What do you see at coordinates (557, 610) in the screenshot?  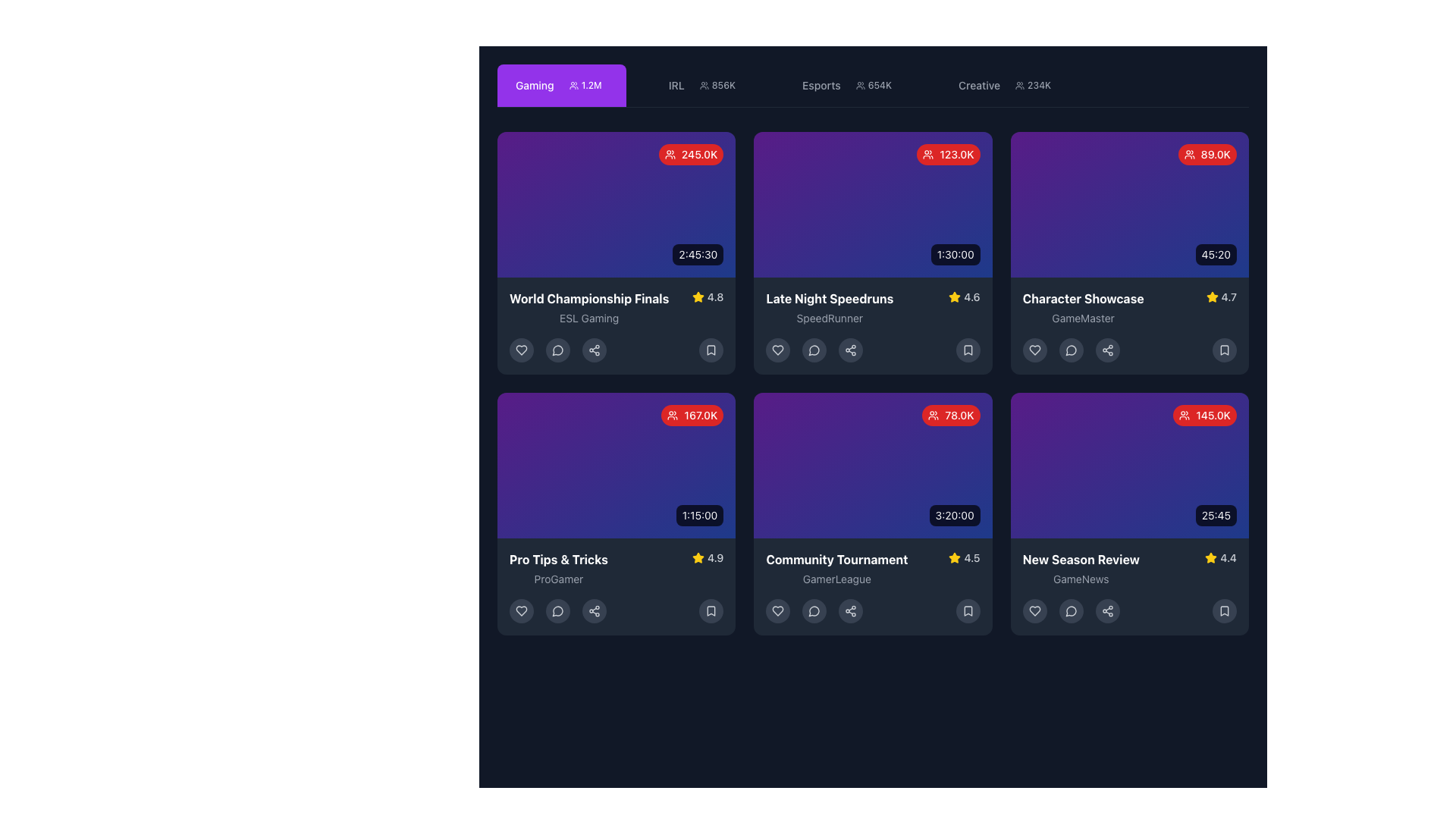 I see `the circular button with a gray background and a comment bubble icon located in the bottom row of the 'Pro Tips & Tricks' card, which is the second button from the left` at bounding box center [557, 610].